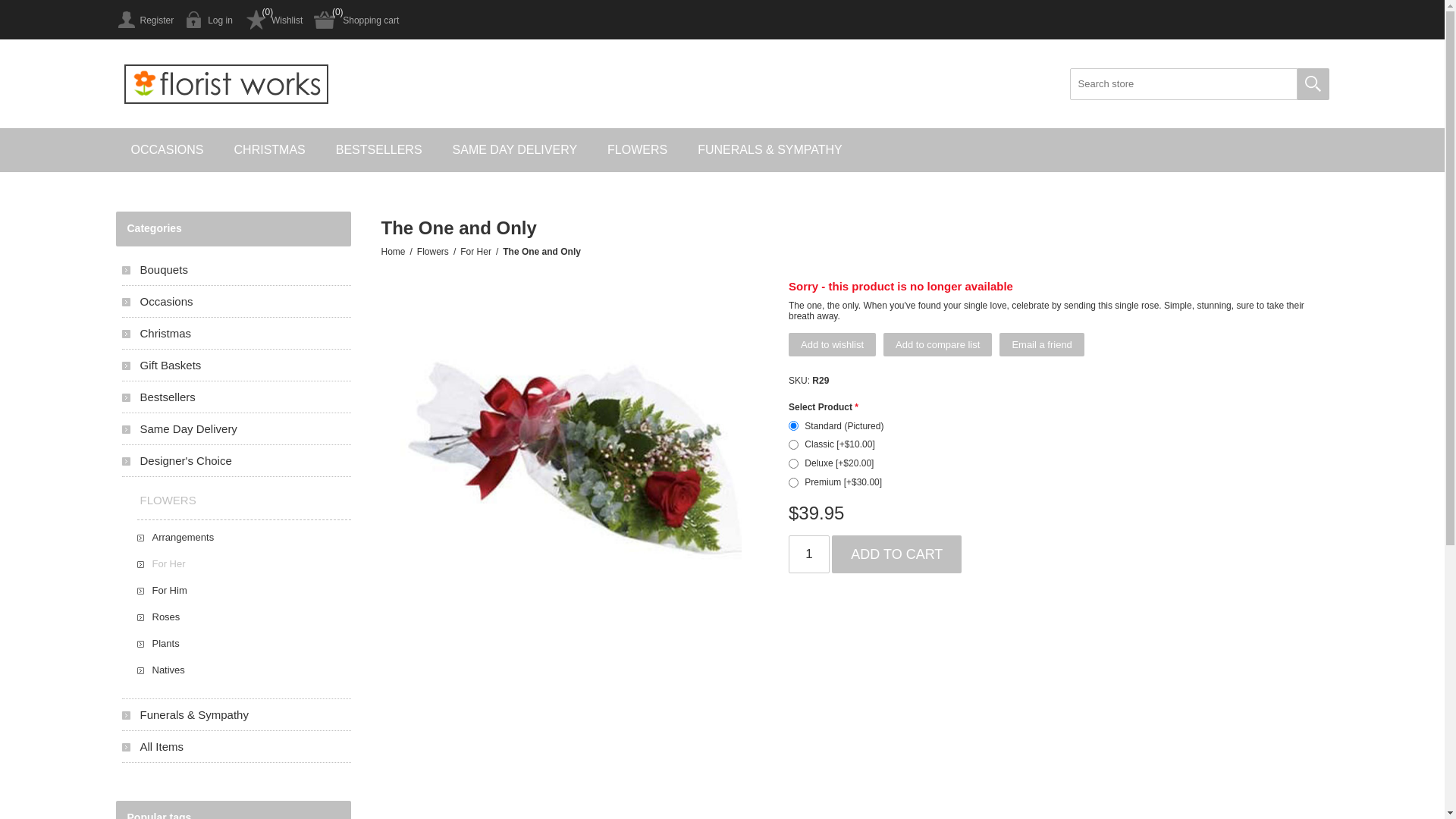 The height and width of the screenshot is (819, 1456). I want to click on 'Plants', so click(243, 643).